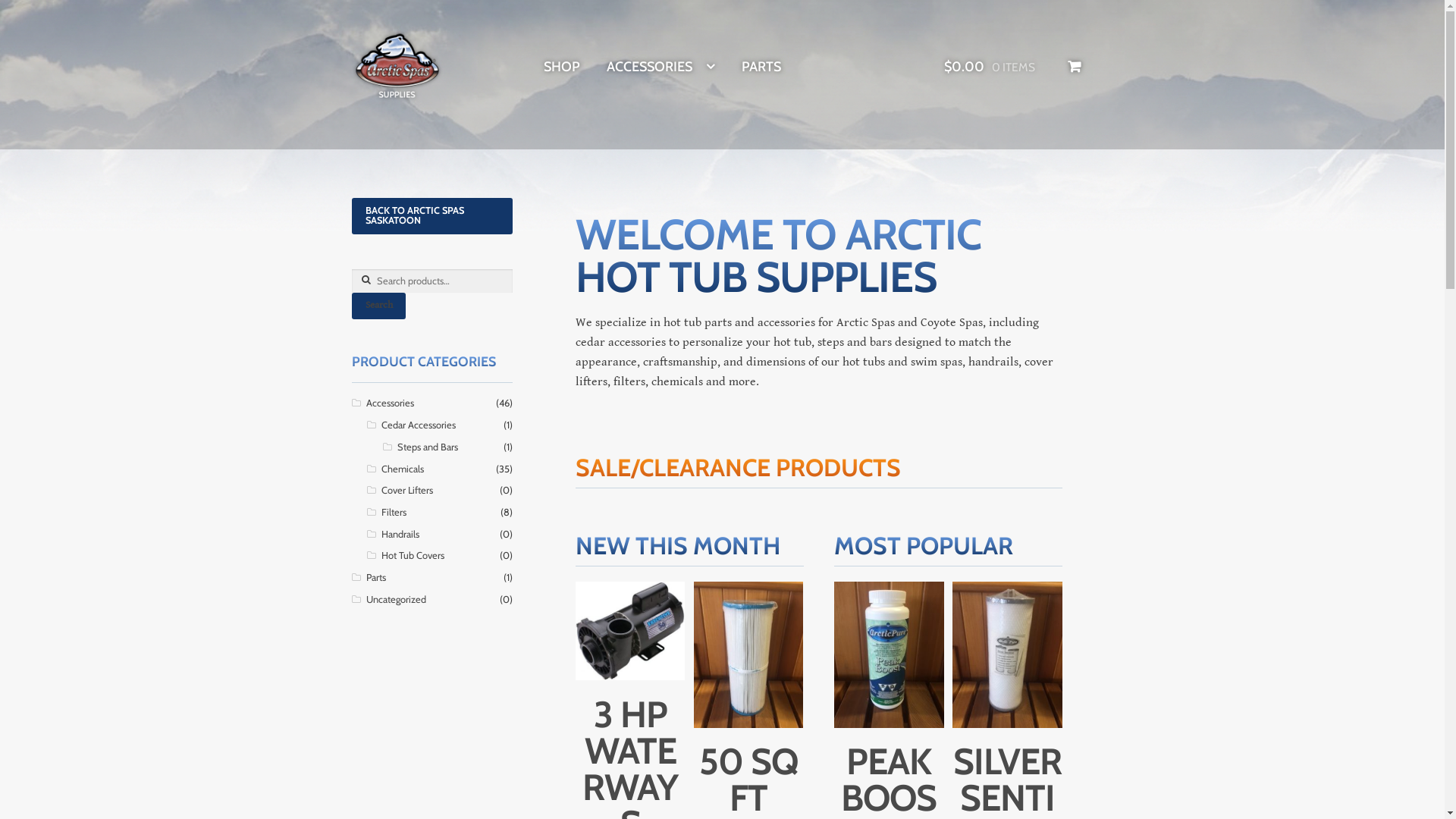 This screenshot has width=1456, height=819. What do you see at coordinates (381, 555) in the screenshot?
I see `'Hot Tub Covers'` at bounding box center [381, 555].